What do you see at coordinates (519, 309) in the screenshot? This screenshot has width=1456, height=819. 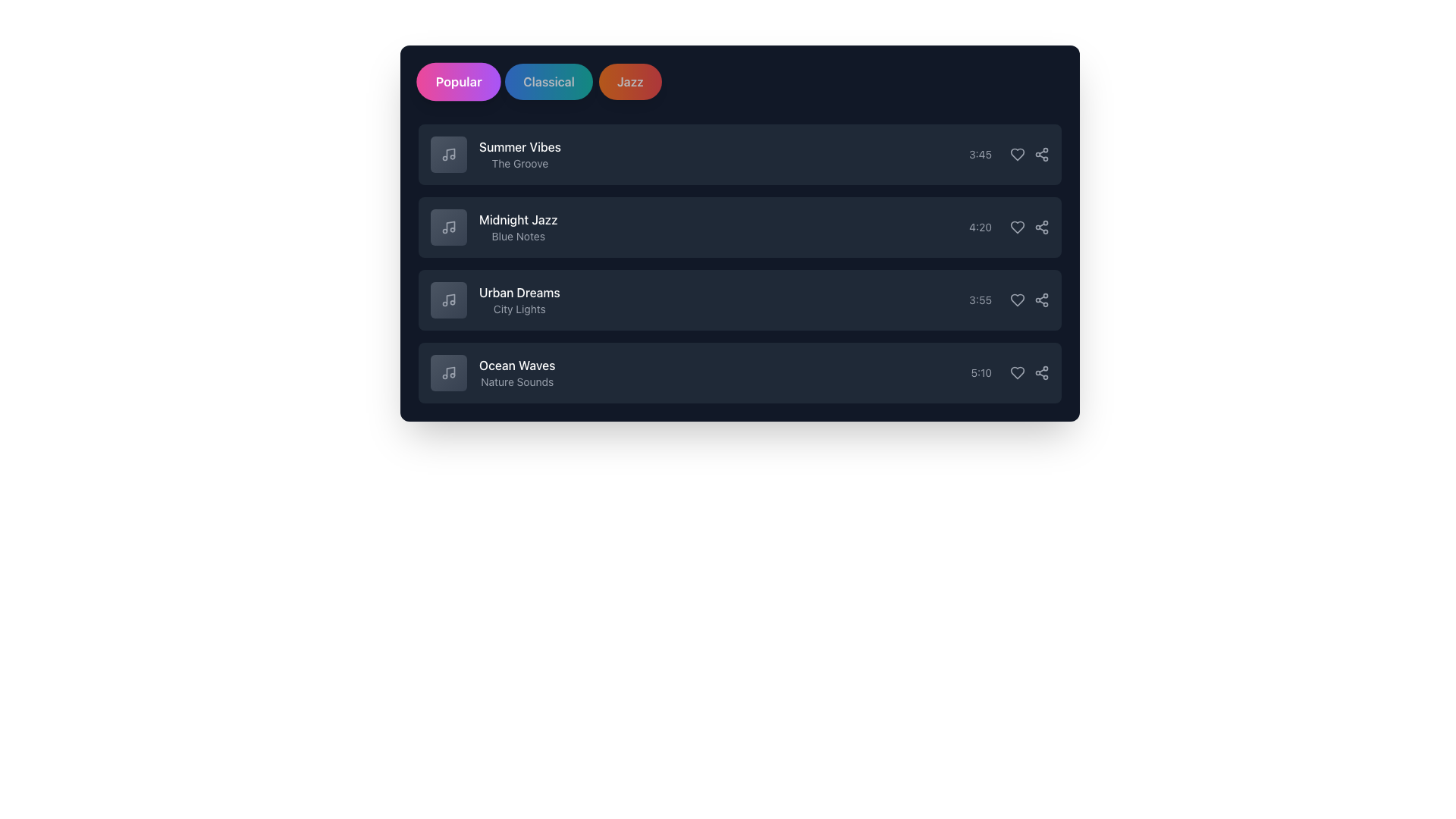 I see `the text label displaying 'City Lights' which is positioned below 'Urban Dreams' in the list` at bounding box center [519, 309].